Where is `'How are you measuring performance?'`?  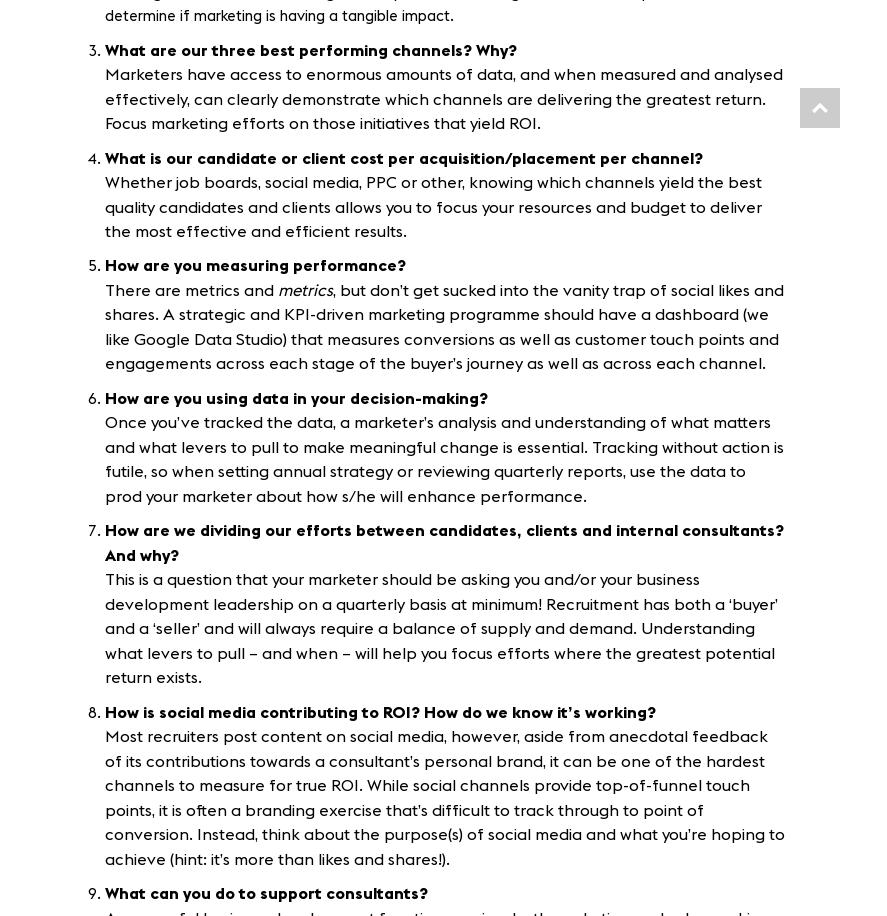
'How are you measuring performance?' is located at coordinates (256, 266).